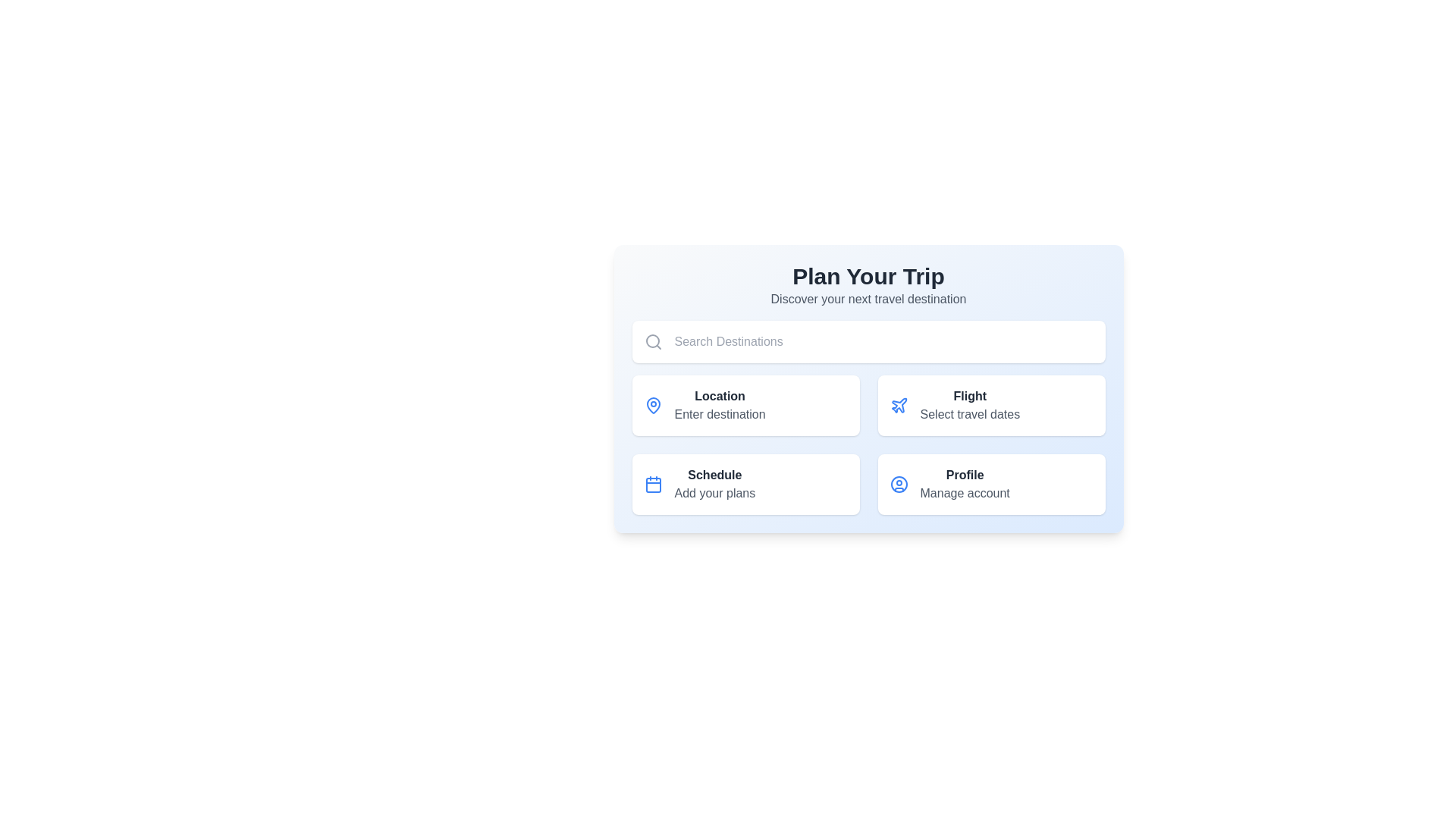 The width and height of the screenshot is (1456, 819). Describe the element at coordinates (745, 485) in the screenshot. I see `the Card component located in the lower-left corner of the grid structure, specifically the third position among four cards, which contains a schedule-related feature description` at that location.